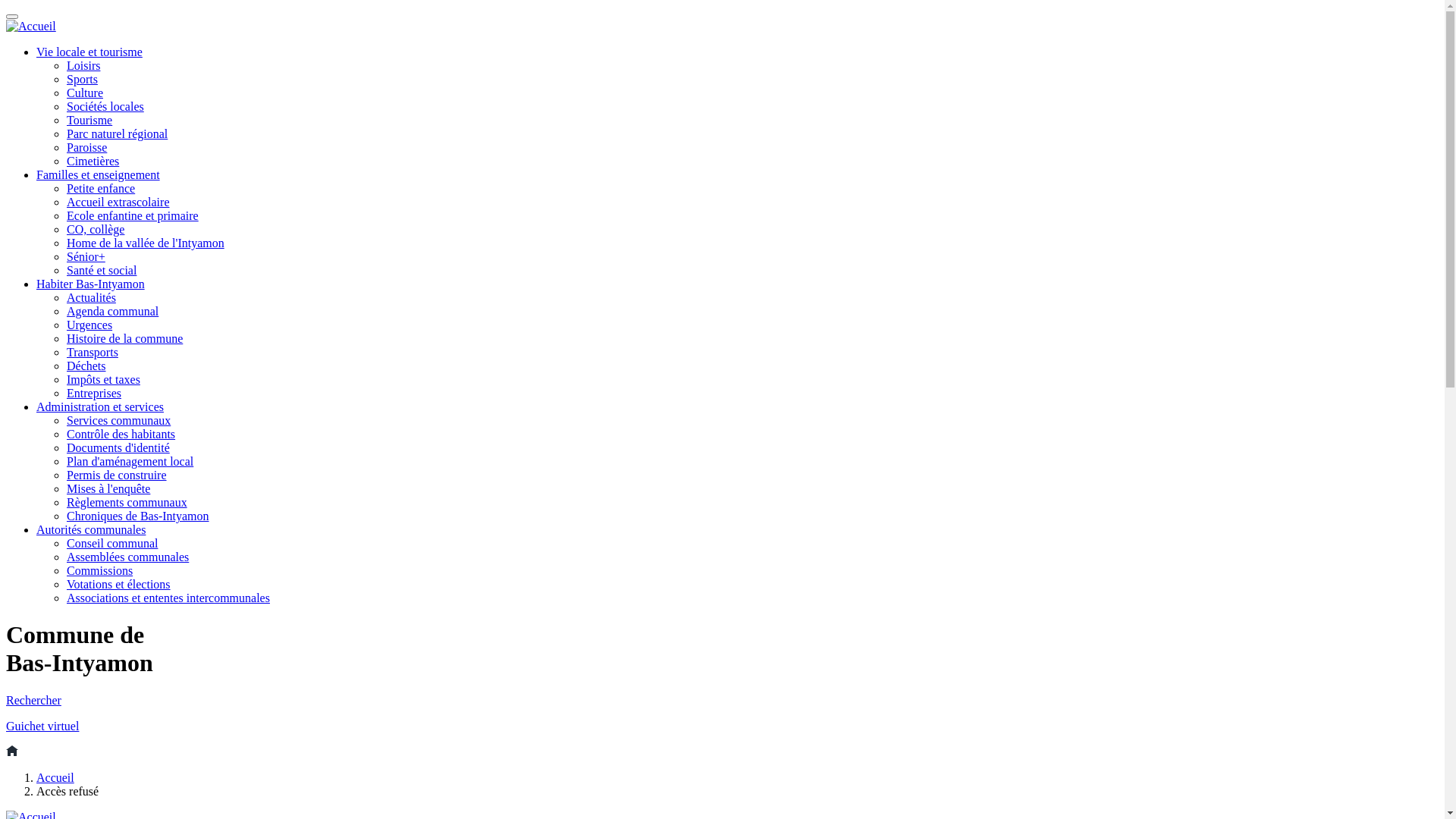  What do you see at coordinates (100, 187) in the screenshot?
I see `'Petite enfance'` at bounding box center [100, 187].